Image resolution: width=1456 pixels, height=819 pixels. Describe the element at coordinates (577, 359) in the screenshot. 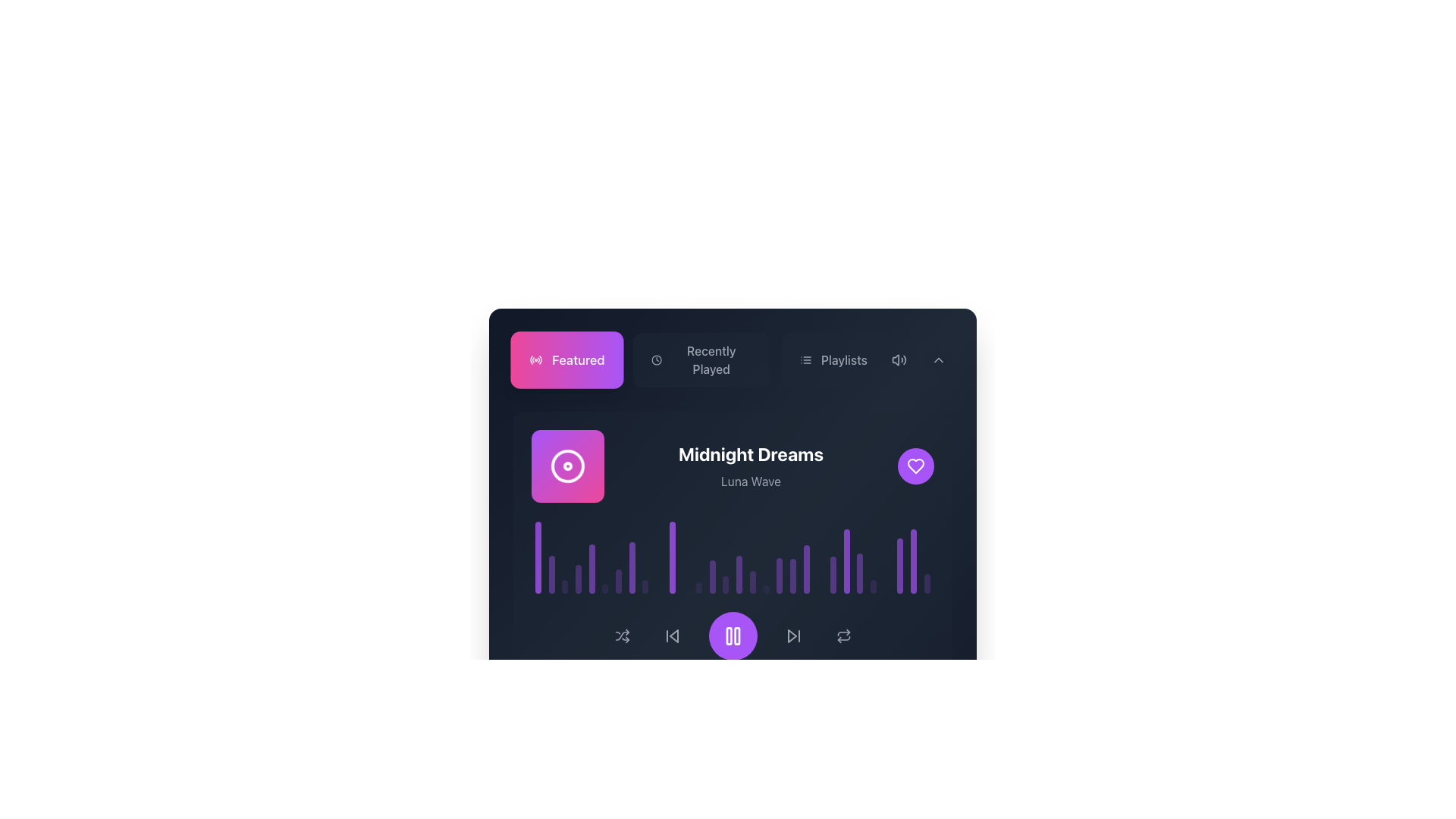

I see `the 'Featured' text label which is centered within a prominent rectangular button with a gradient color scheme from pink to purple, located at the top-left corner of the main interface` at that location.